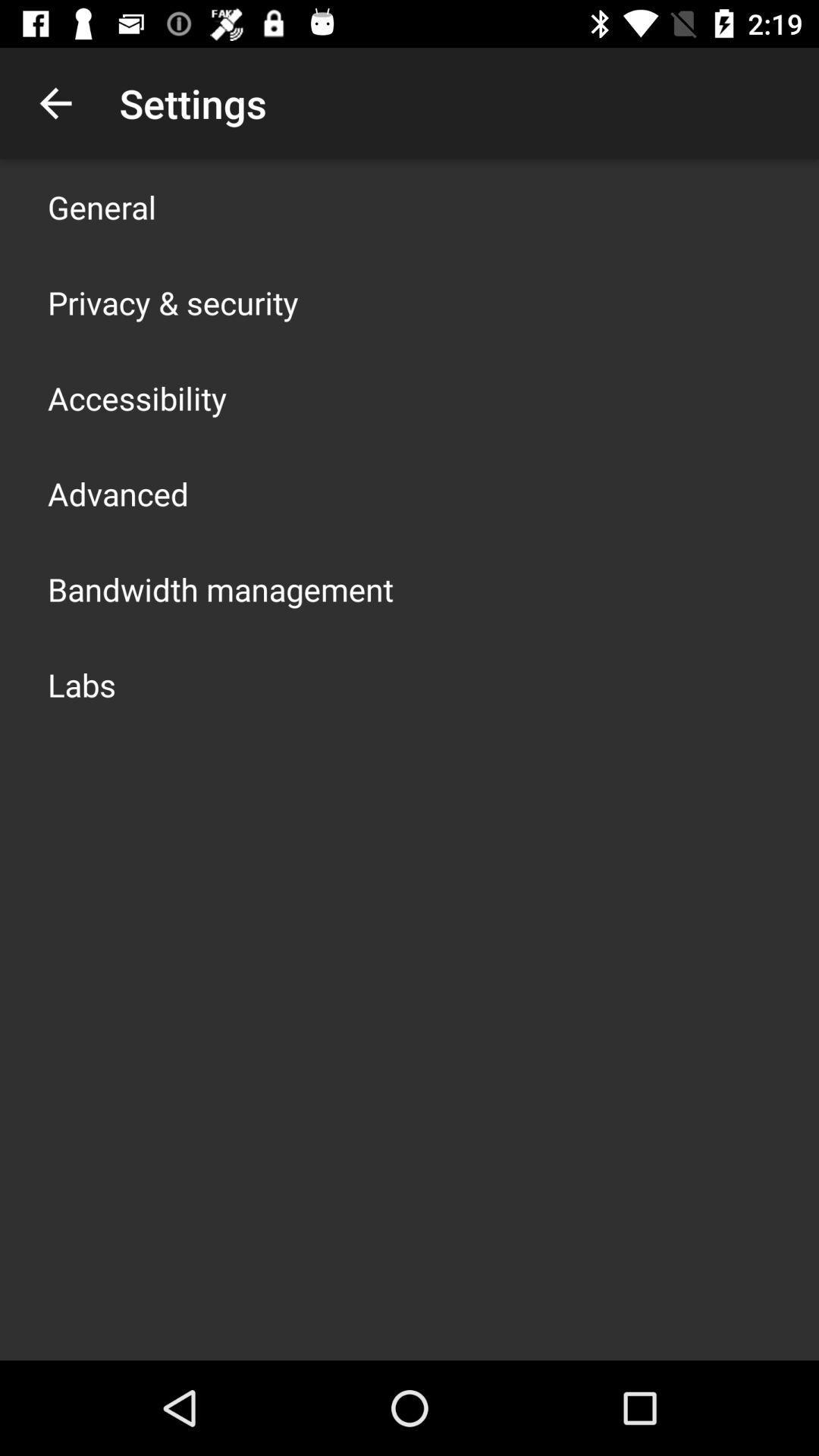  What do you see at coordinates (117, 494) in the screenshot?
I see `the item above the bandwidth management icon` at bounding box center [117, 494].